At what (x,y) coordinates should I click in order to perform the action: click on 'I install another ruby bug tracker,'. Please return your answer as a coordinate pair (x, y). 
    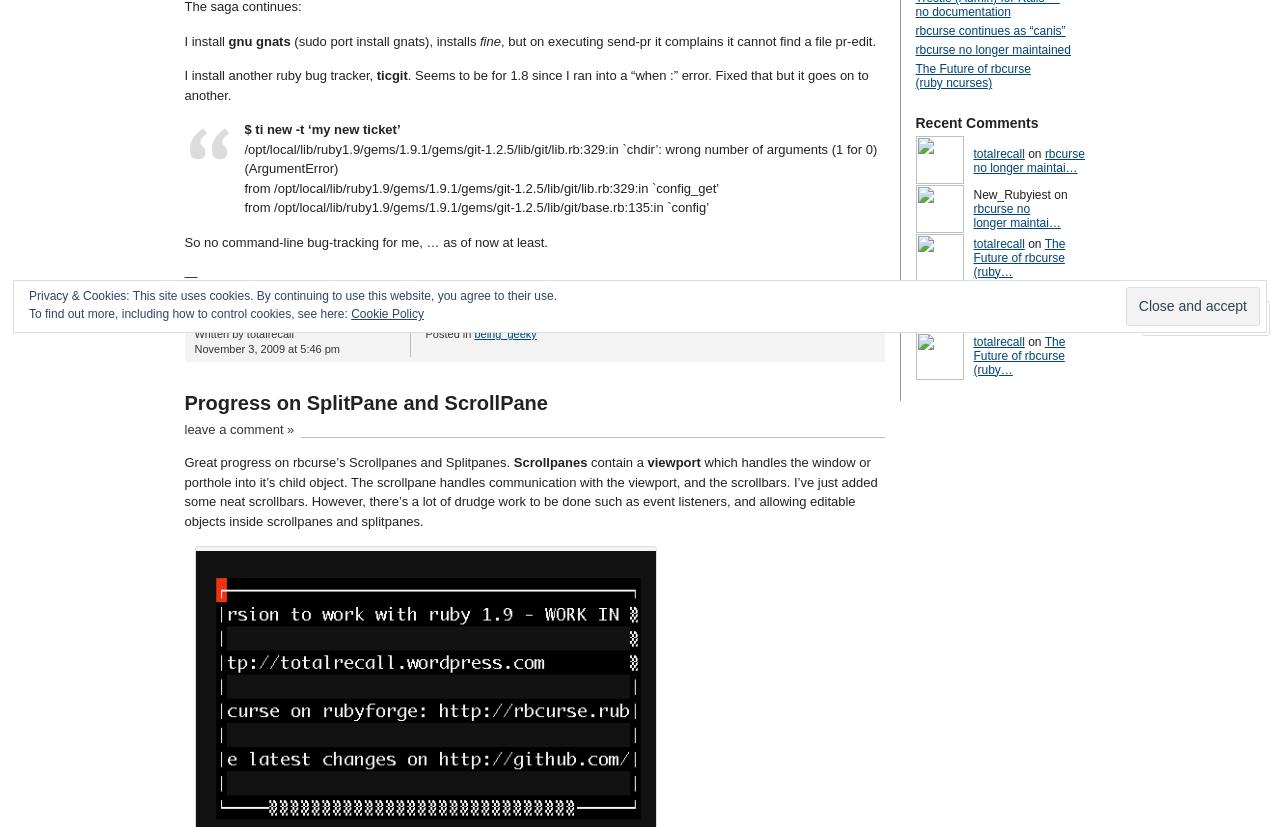
    Looking at the image, I should click on (279, 75).